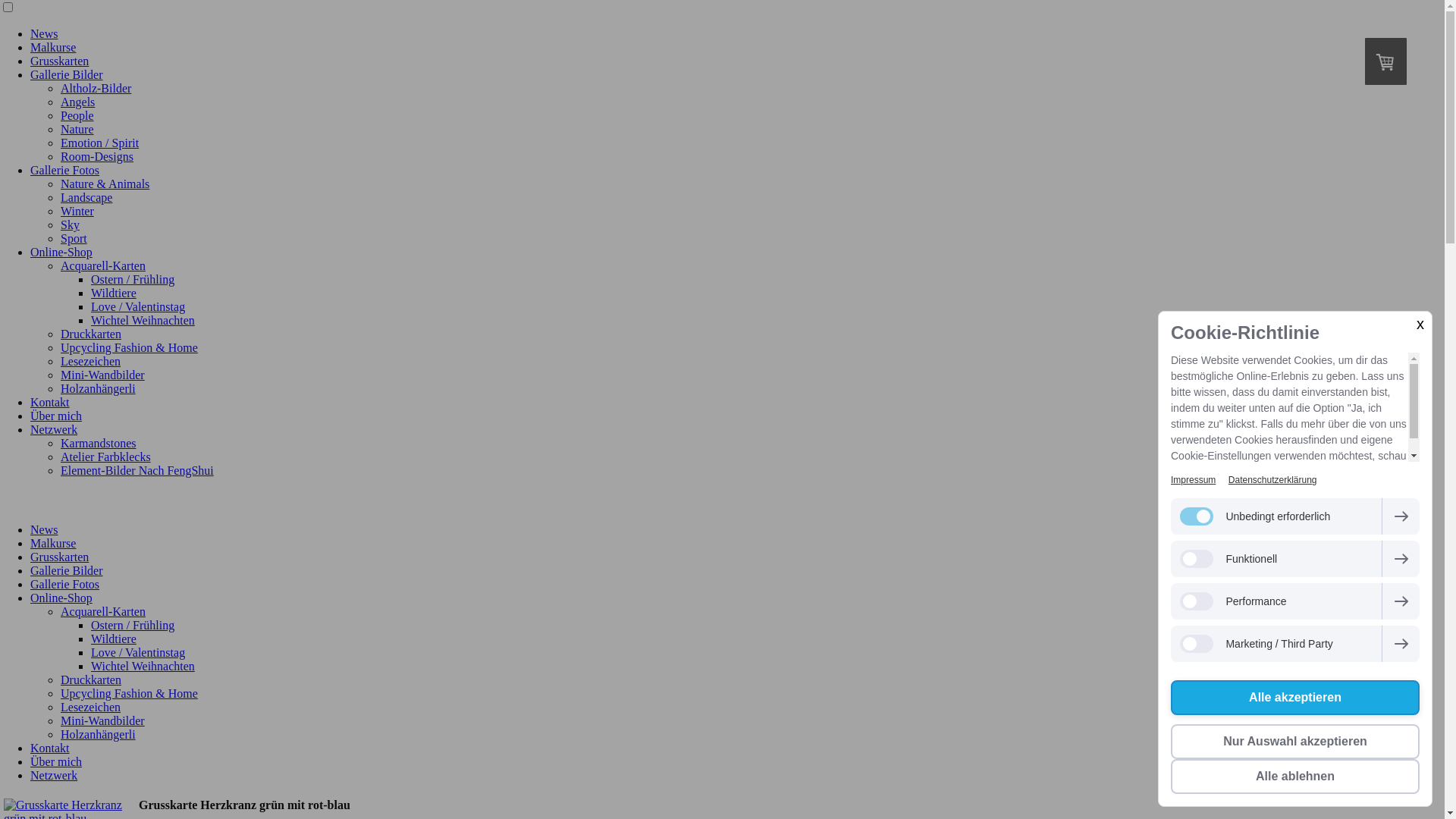 The width and height of the screenshot is (1456, 819). Describe the element at coordinates (102, 265) in the screenshot. I see `'Acquarell-Karten'` at that location.